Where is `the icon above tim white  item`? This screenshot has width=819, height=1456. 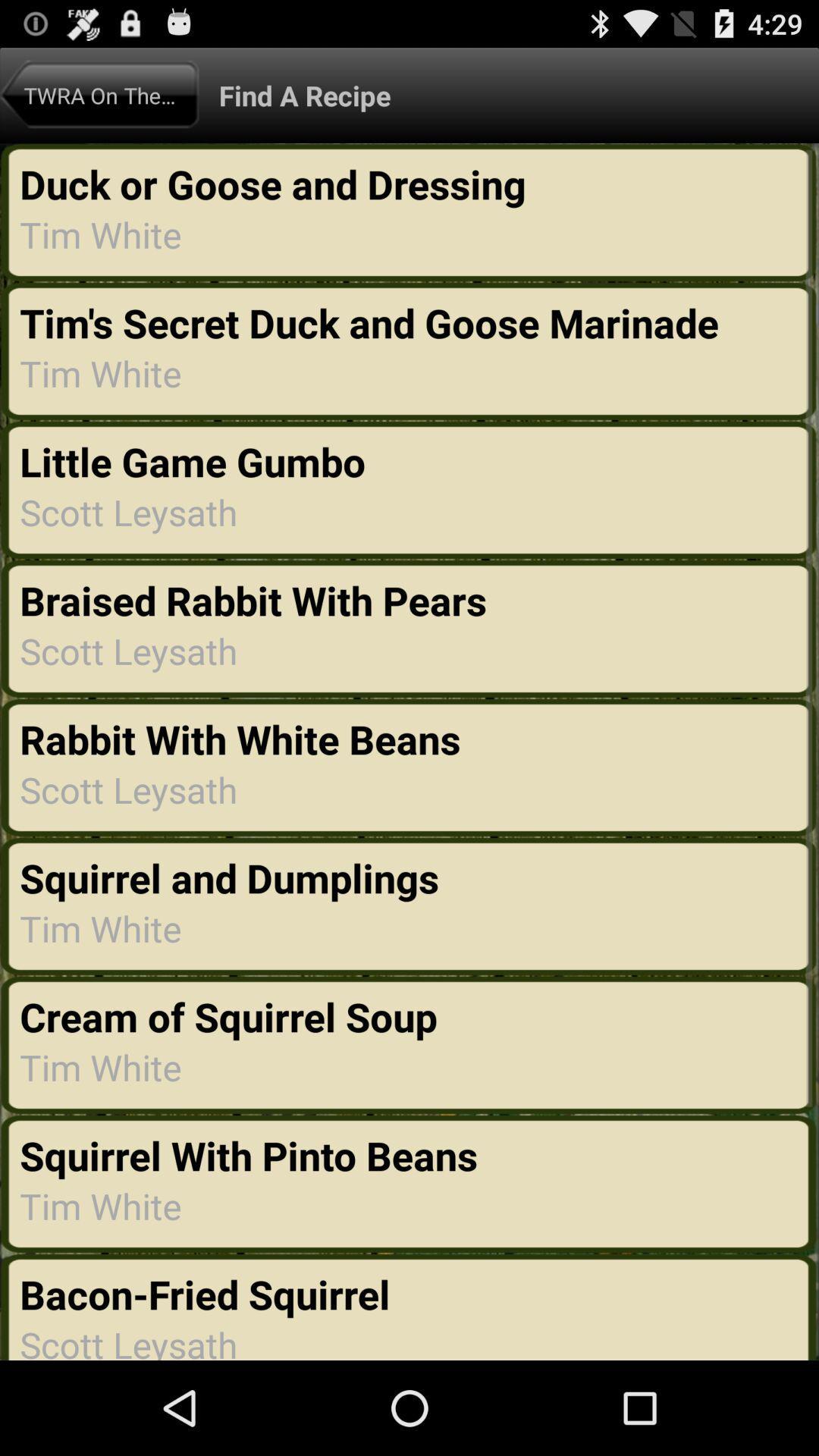 the icon above tim white  item is located at coordinates (233, 1016).